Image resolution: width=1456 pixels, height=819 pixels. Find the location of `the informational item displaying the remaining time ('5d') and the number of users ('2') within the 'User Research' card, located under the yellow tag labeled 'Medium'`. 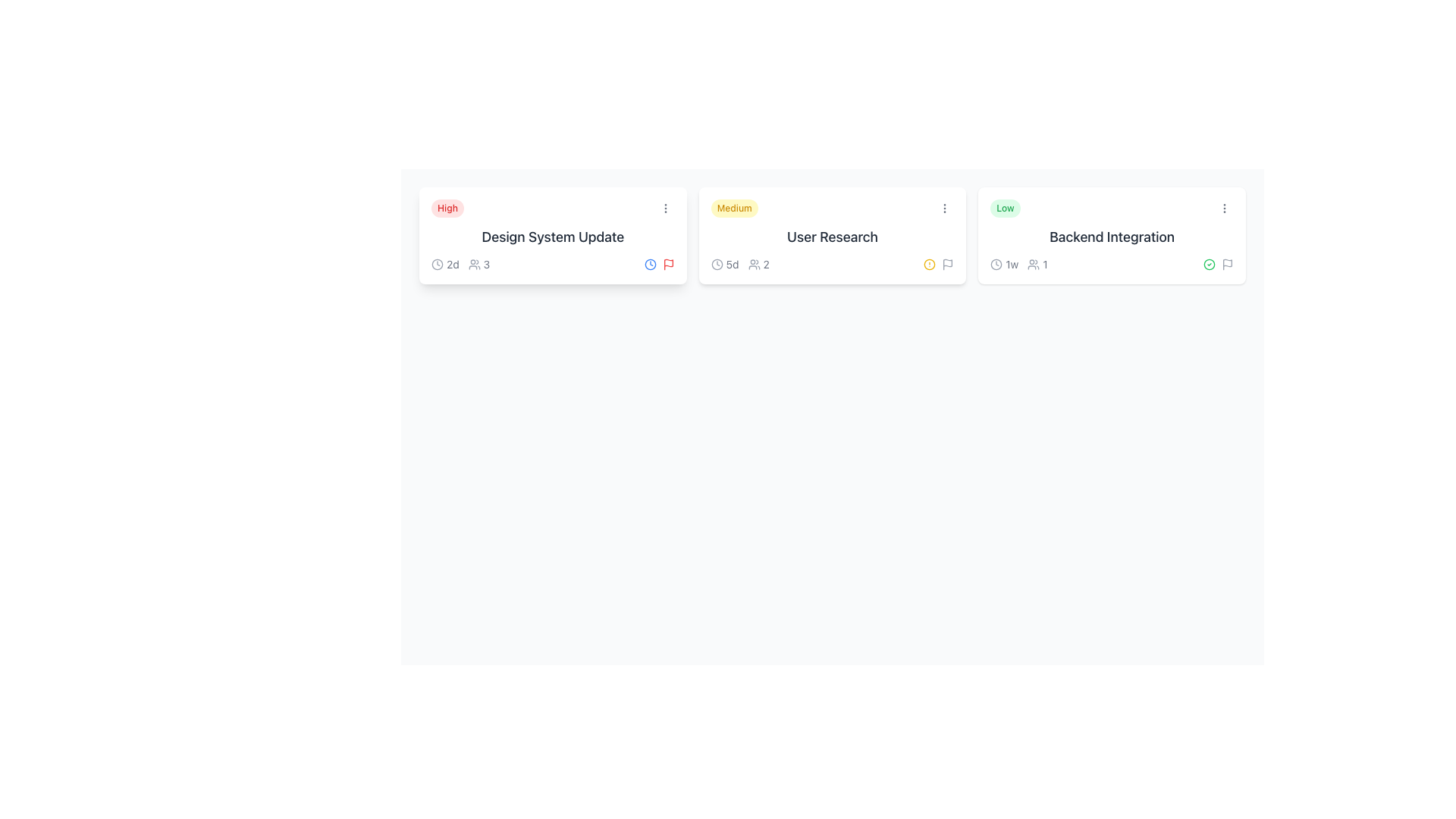

the informational item displaying the remaining time ('5d') and the number of users ('2') within the 'User Research' card, located under the yellow tag labeled 'Medium' is located at coordinates (740, 263).